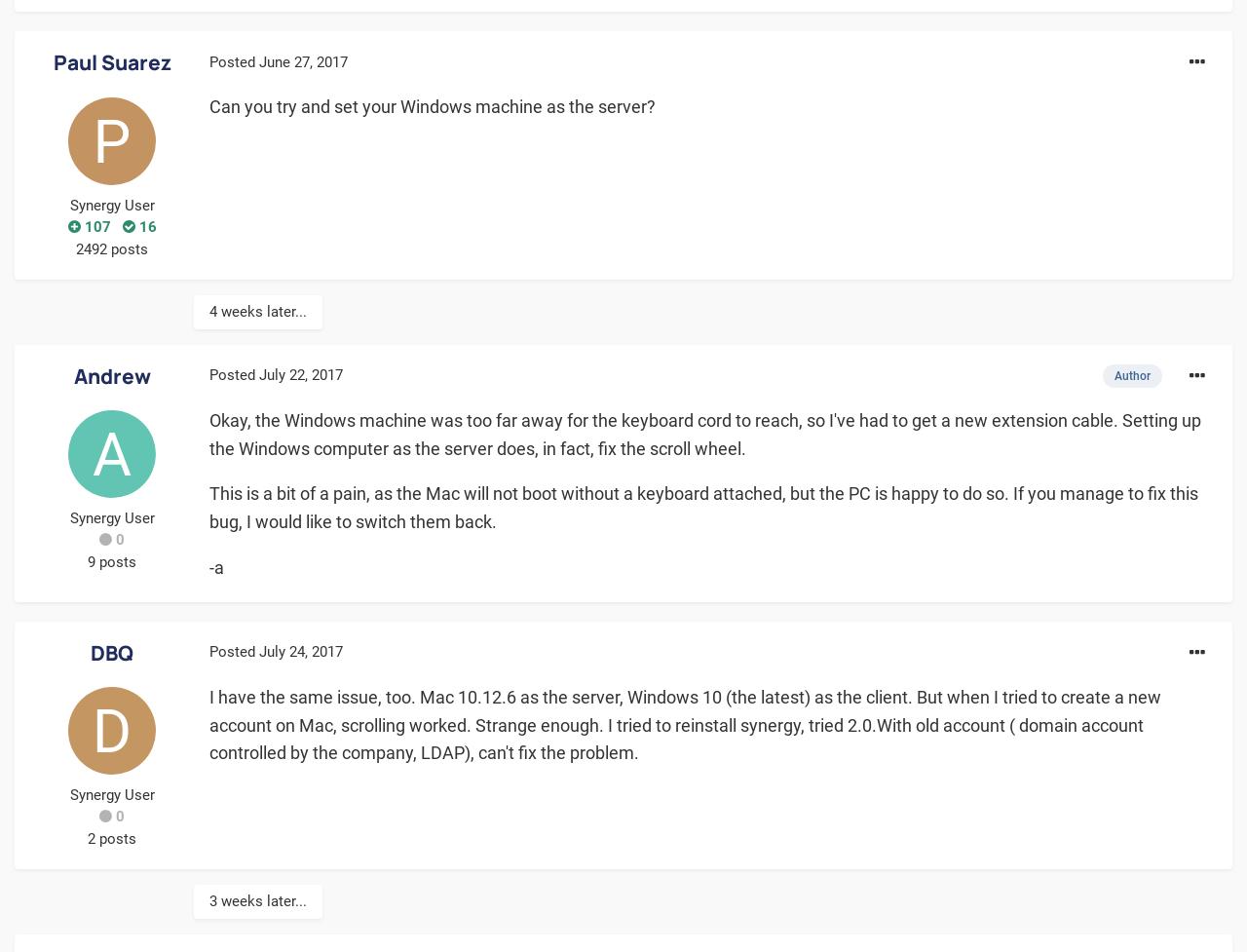  Describe the element at coordinates (302, 61) in the screenshot. I see `'June 27, 2017'` at that location.